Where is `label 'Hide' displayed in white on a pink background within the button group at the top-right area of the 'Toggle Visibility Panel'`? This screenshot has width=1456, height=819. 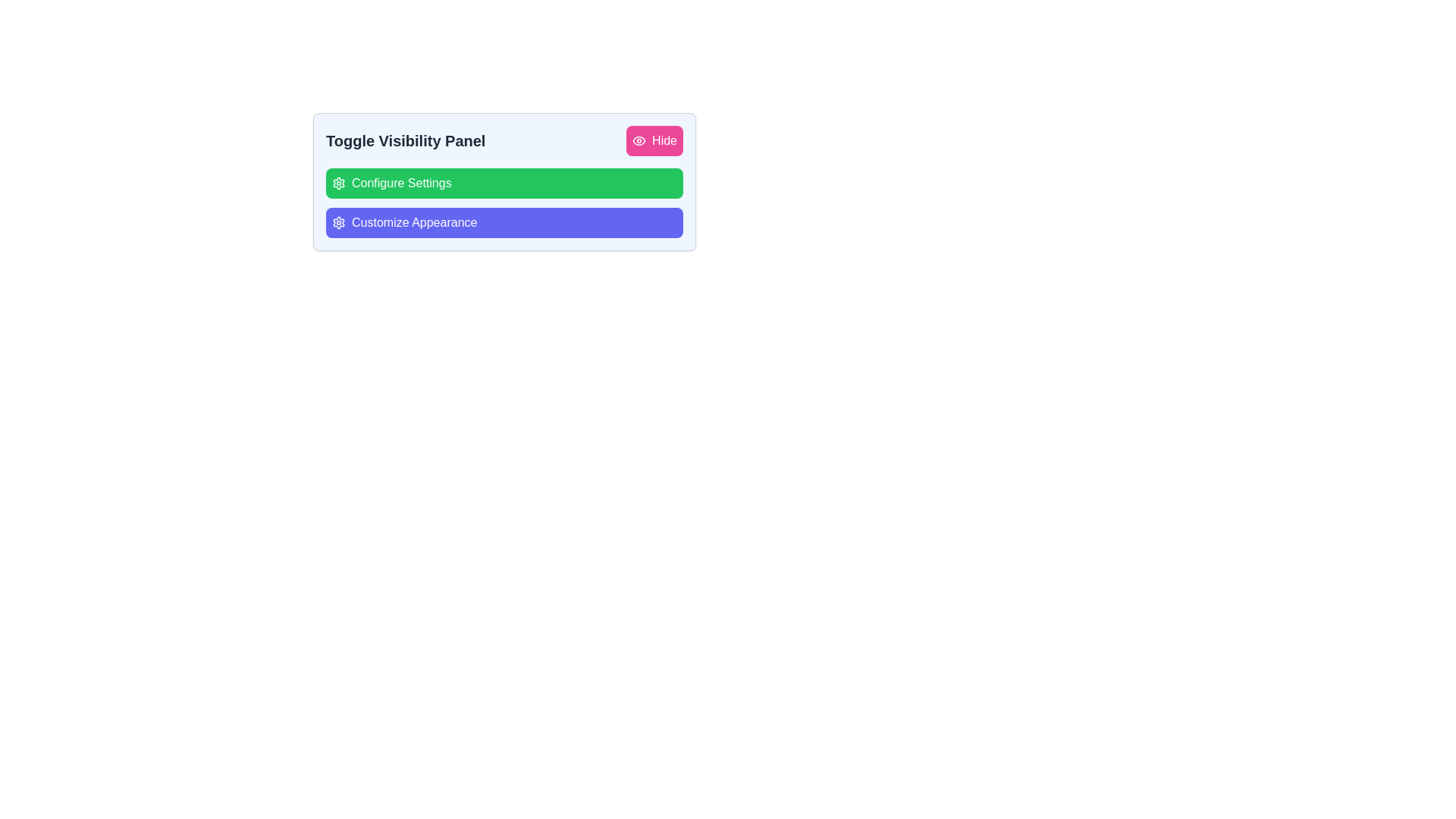
label 'Hide' displayed in white on a pink background within the button group at the top-right area of the 'Toggle Visibility Panel' is located at coordinates (664, 140).